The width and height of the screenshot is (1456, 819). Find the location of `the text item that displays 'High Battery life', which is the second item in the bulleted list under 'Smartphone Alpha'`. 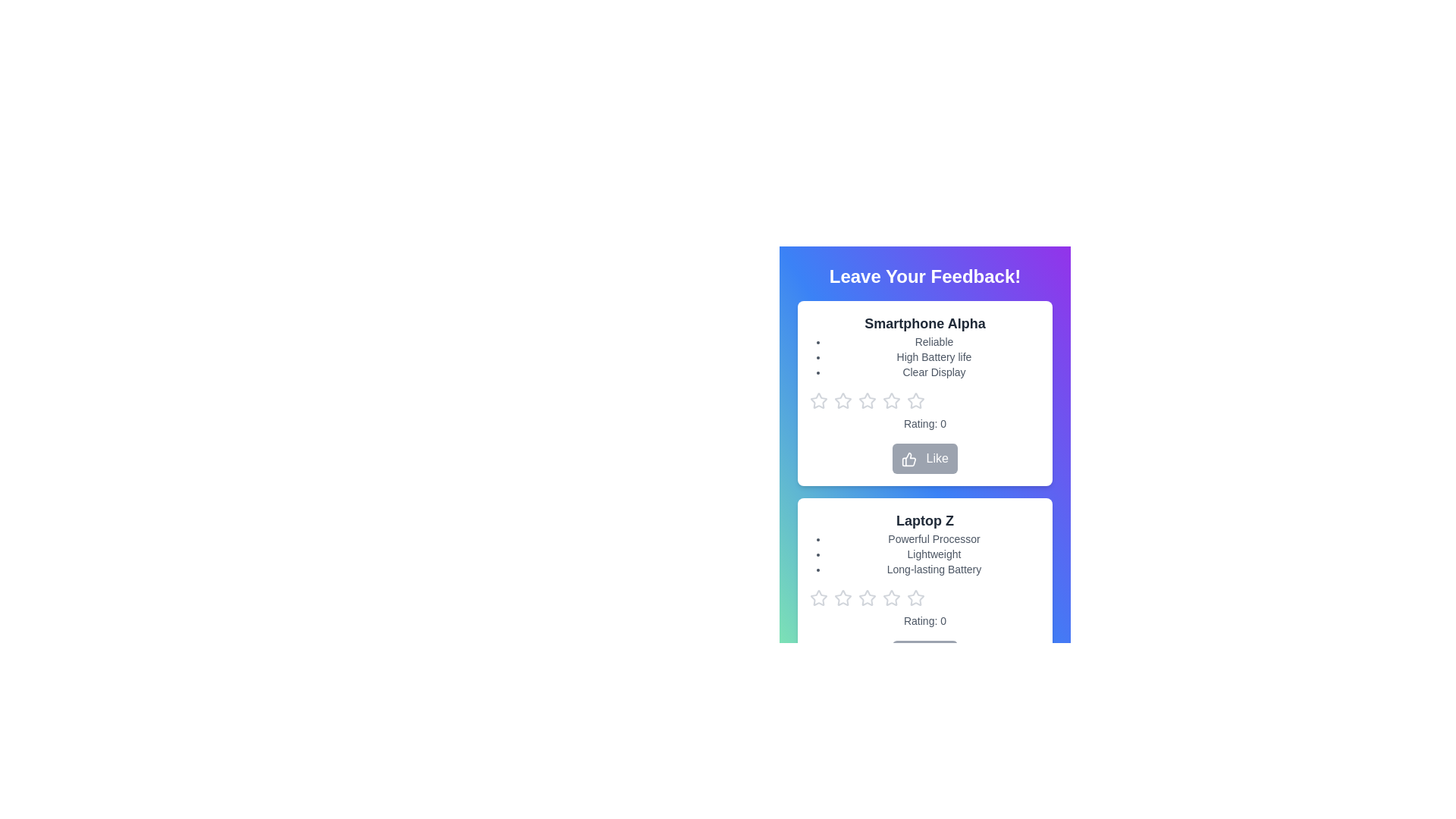

the text item that displays 'High Battery life', which is the second item in the bulleted list under 'Smartphone Alpha' is located at coordinates (934, 356).